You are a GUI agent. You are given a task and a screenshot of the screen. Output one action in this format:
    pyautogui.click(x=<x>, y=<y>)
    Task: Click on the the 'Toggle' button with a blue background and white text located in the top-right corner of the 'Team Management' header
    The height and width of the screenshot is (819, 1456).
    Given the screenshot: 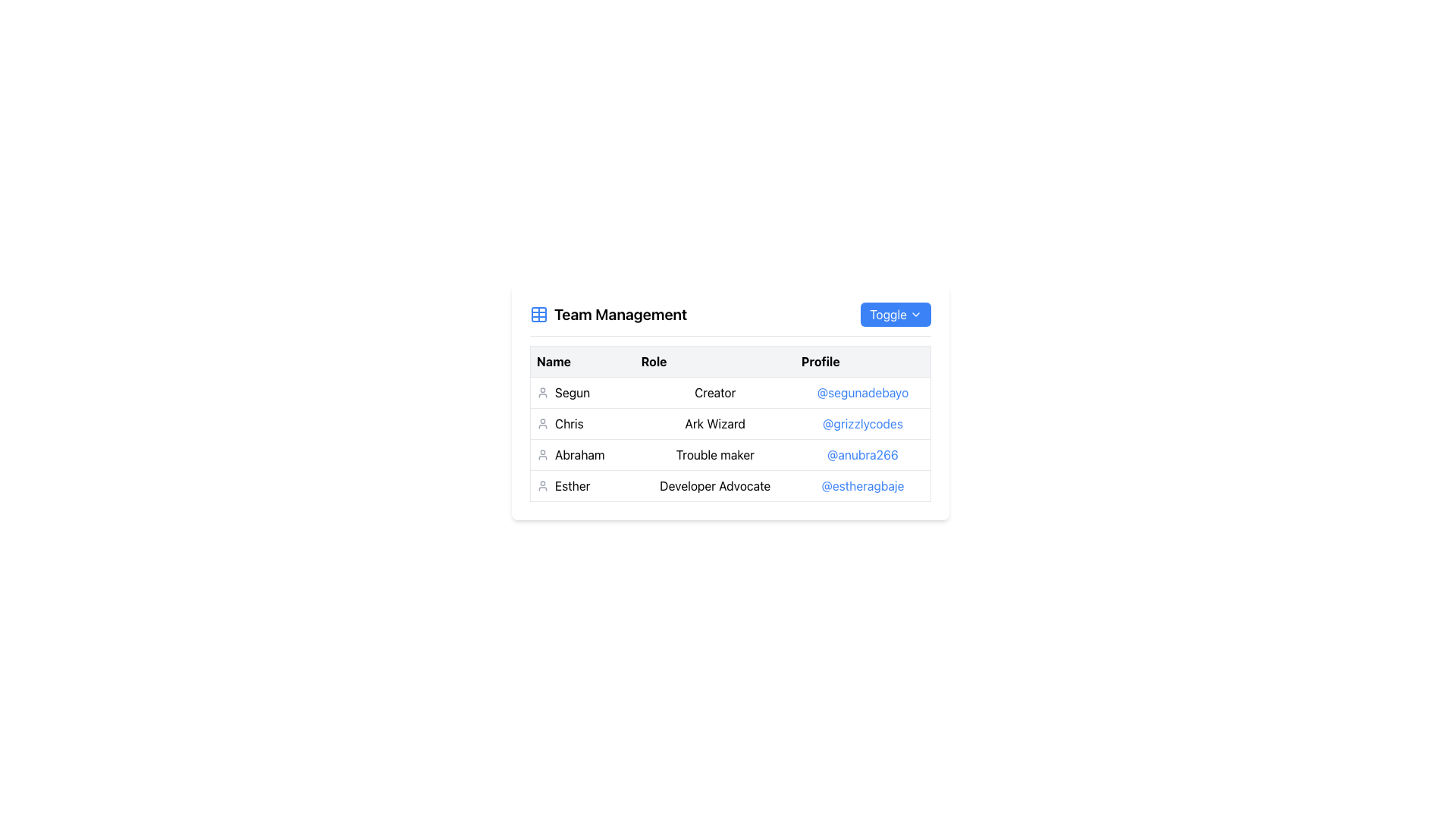 What is the action you would take?
    pyautogui.click(x=896, y=314)
    